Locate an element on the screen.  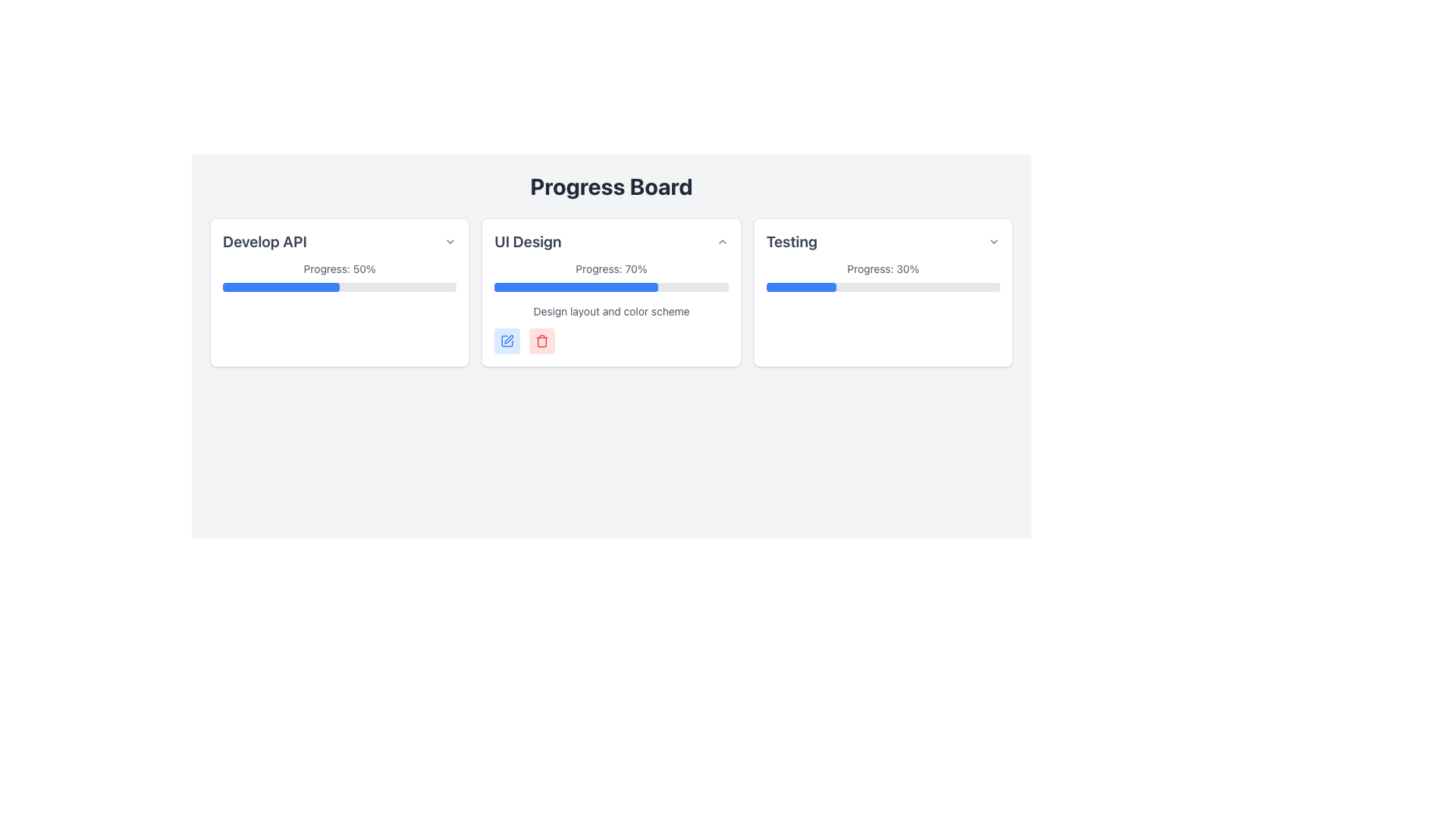
the progress percentage on the 'UI Design' card widget, which shows 'Progress: 70%' and is located in the middle of a three-column layout of cards is located at coordinates (611, 292).